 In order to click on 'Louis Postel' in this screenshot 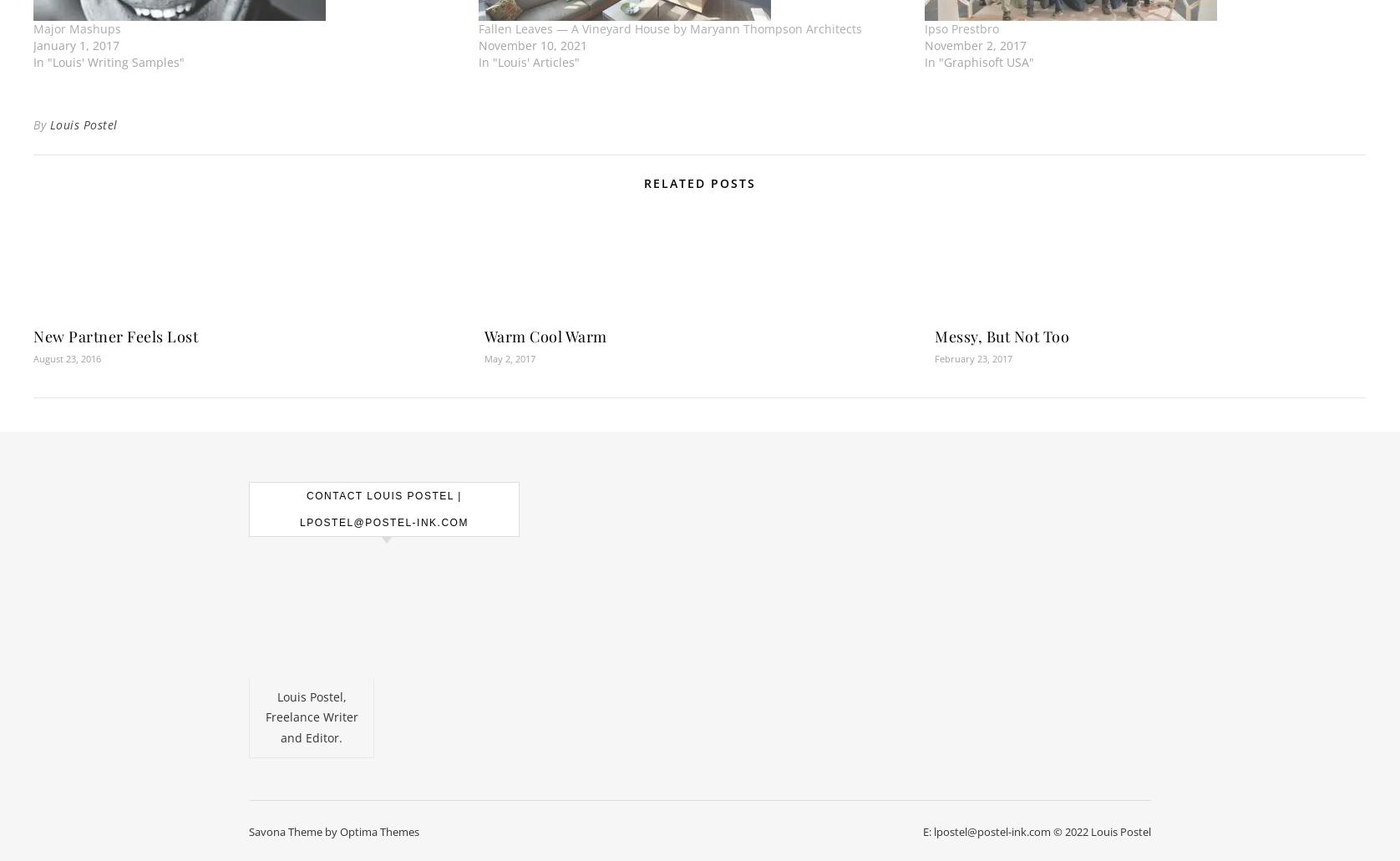, I will do `click(83, 124)`.